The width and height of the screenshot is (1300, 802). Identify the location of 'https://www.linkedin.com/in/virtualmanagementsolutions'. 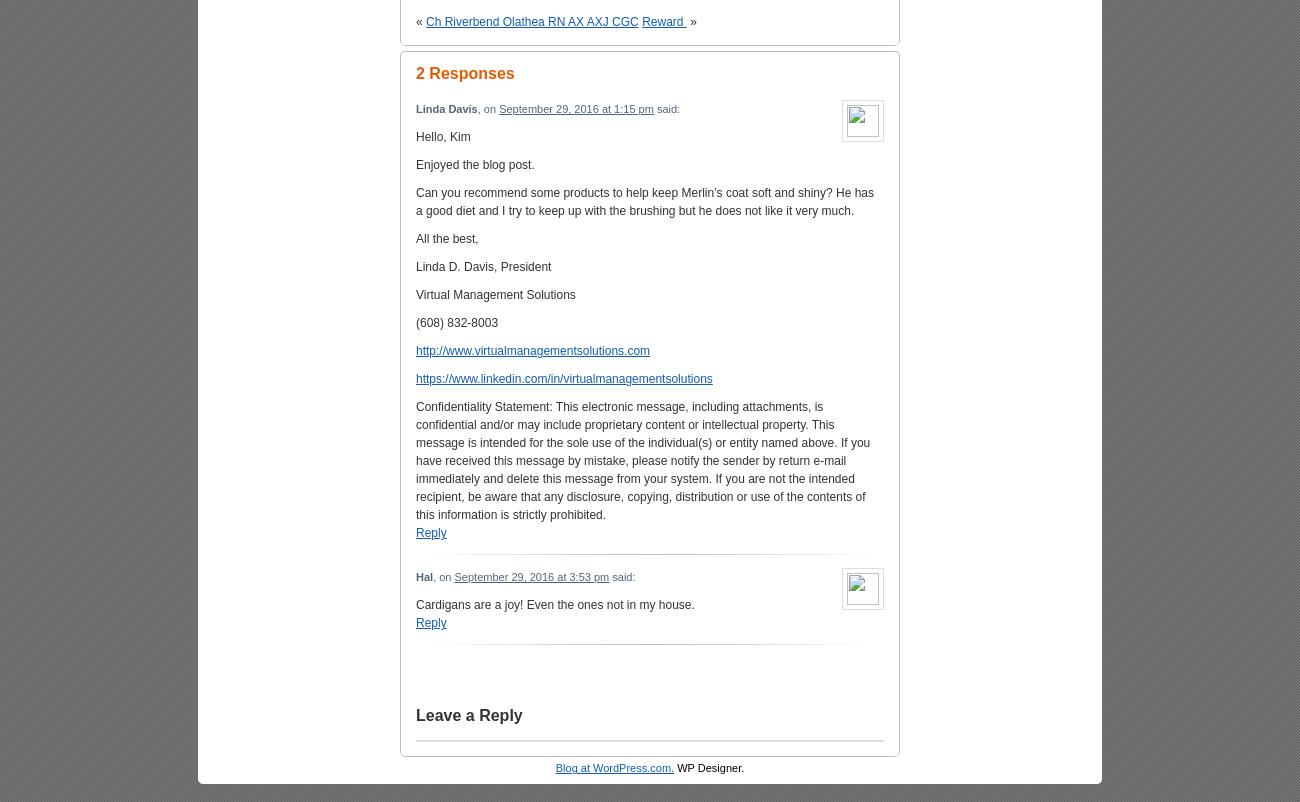
(416, 378).